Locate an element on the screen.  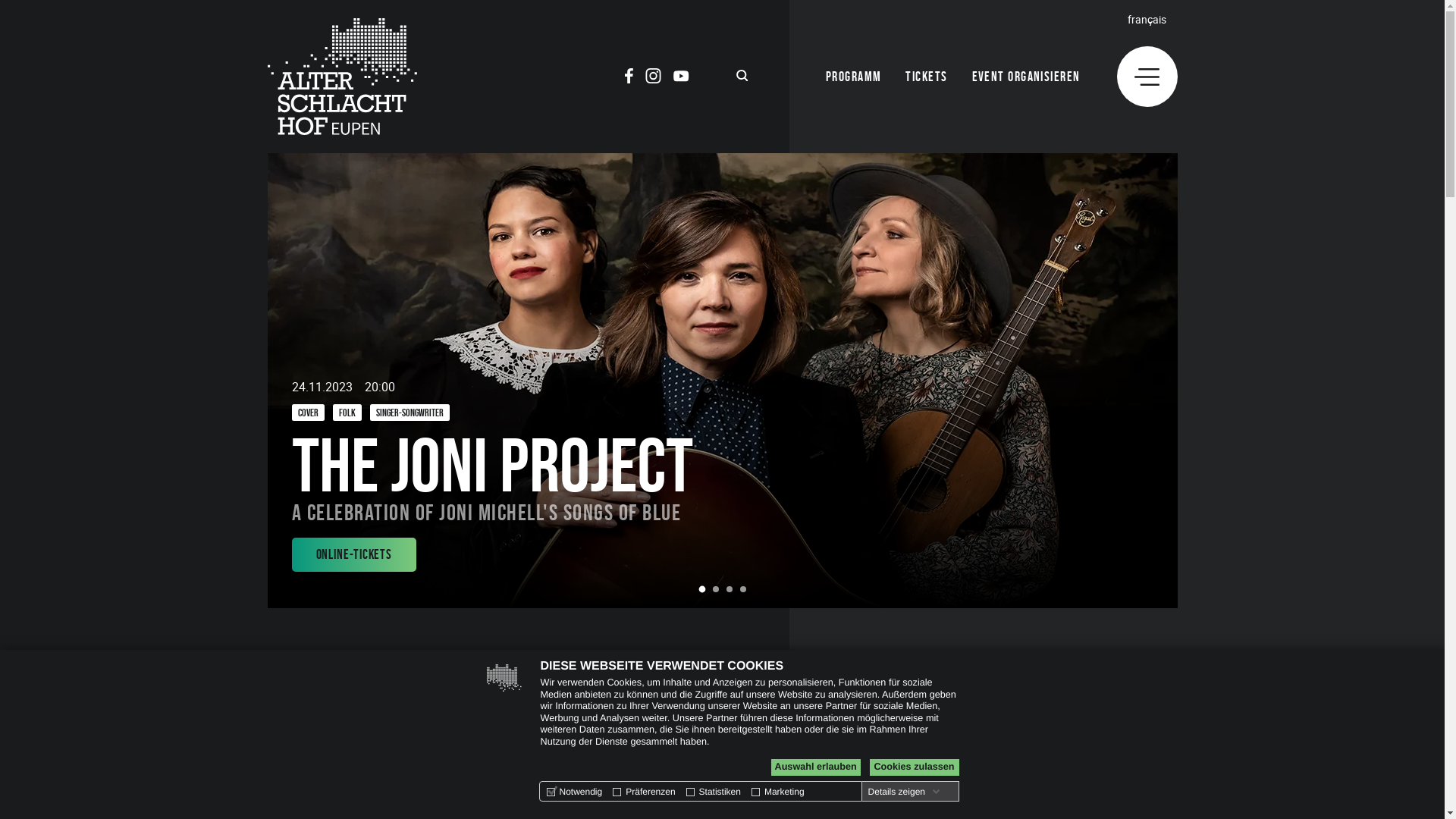
'PROGRAMM' is located at coordinates (854, 77).